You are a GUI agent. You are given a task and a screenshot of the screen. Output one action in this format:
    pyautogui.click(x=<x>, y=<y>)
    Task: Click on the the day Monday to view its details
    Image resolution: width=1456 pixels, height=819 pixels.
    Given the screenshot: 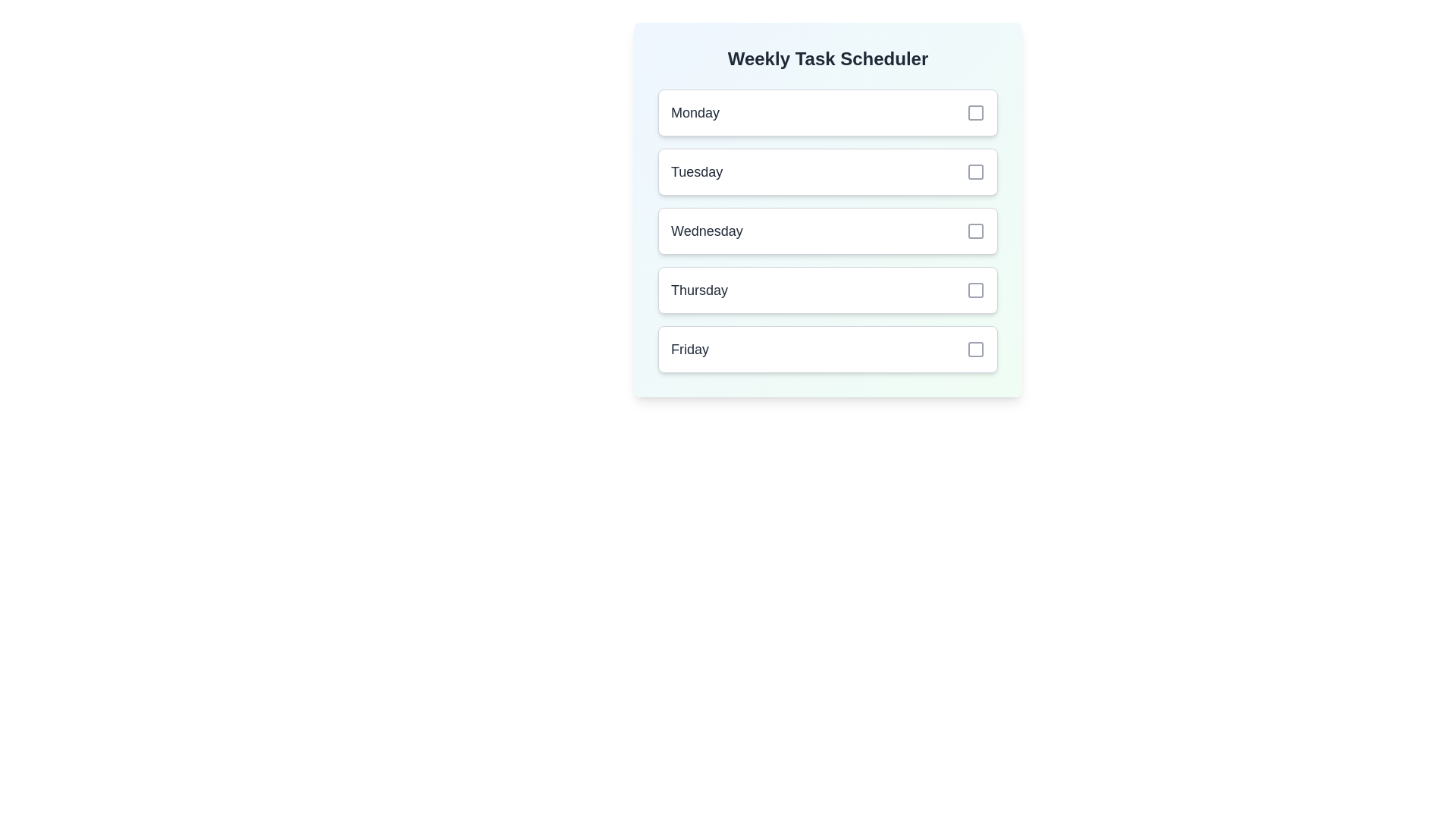 What is the action you would take?
    pyautogui.click(x=827, y=112)
    